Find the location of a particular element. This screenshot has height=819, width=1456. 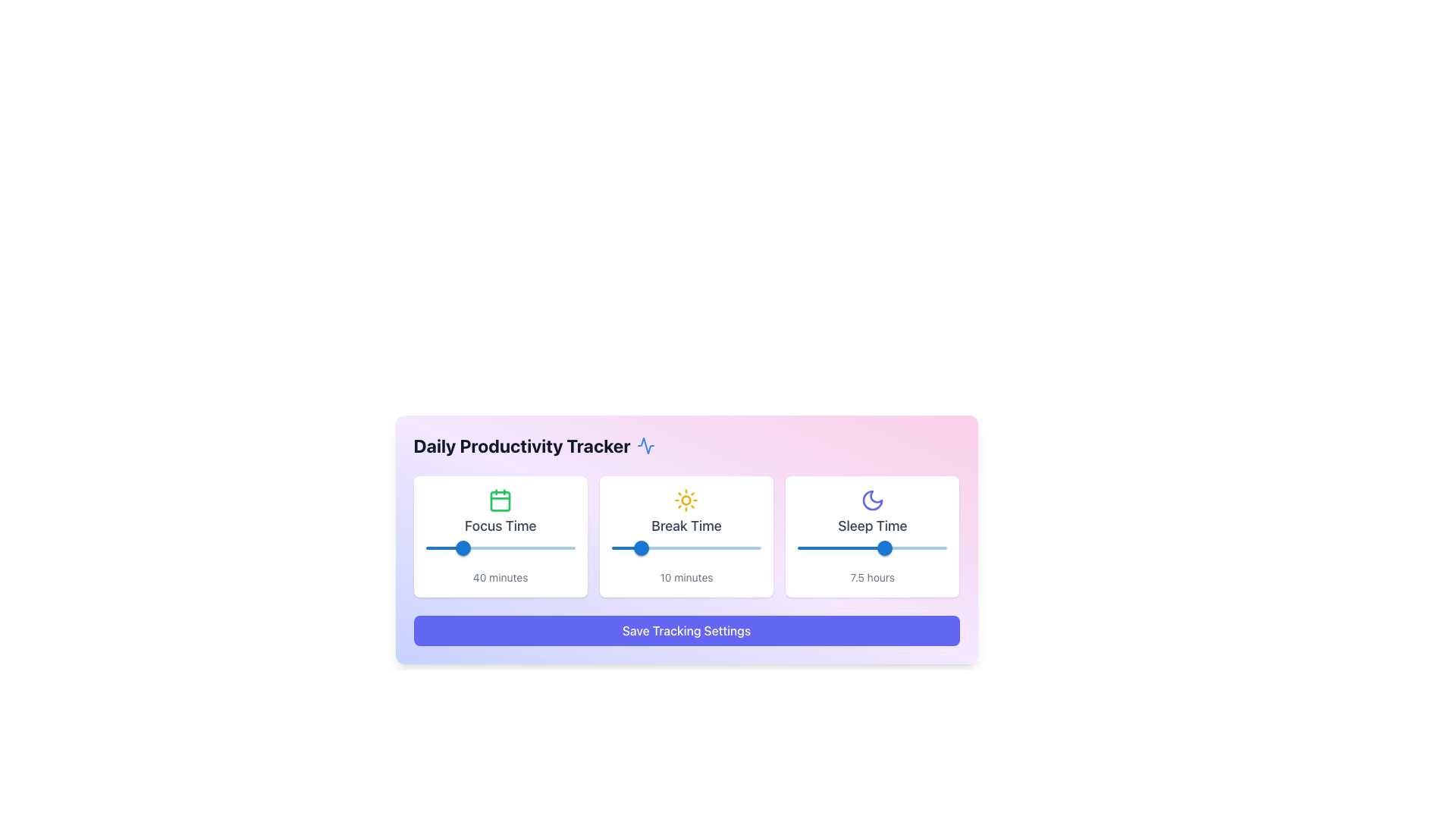

break time is located at coordinates (684, 548).